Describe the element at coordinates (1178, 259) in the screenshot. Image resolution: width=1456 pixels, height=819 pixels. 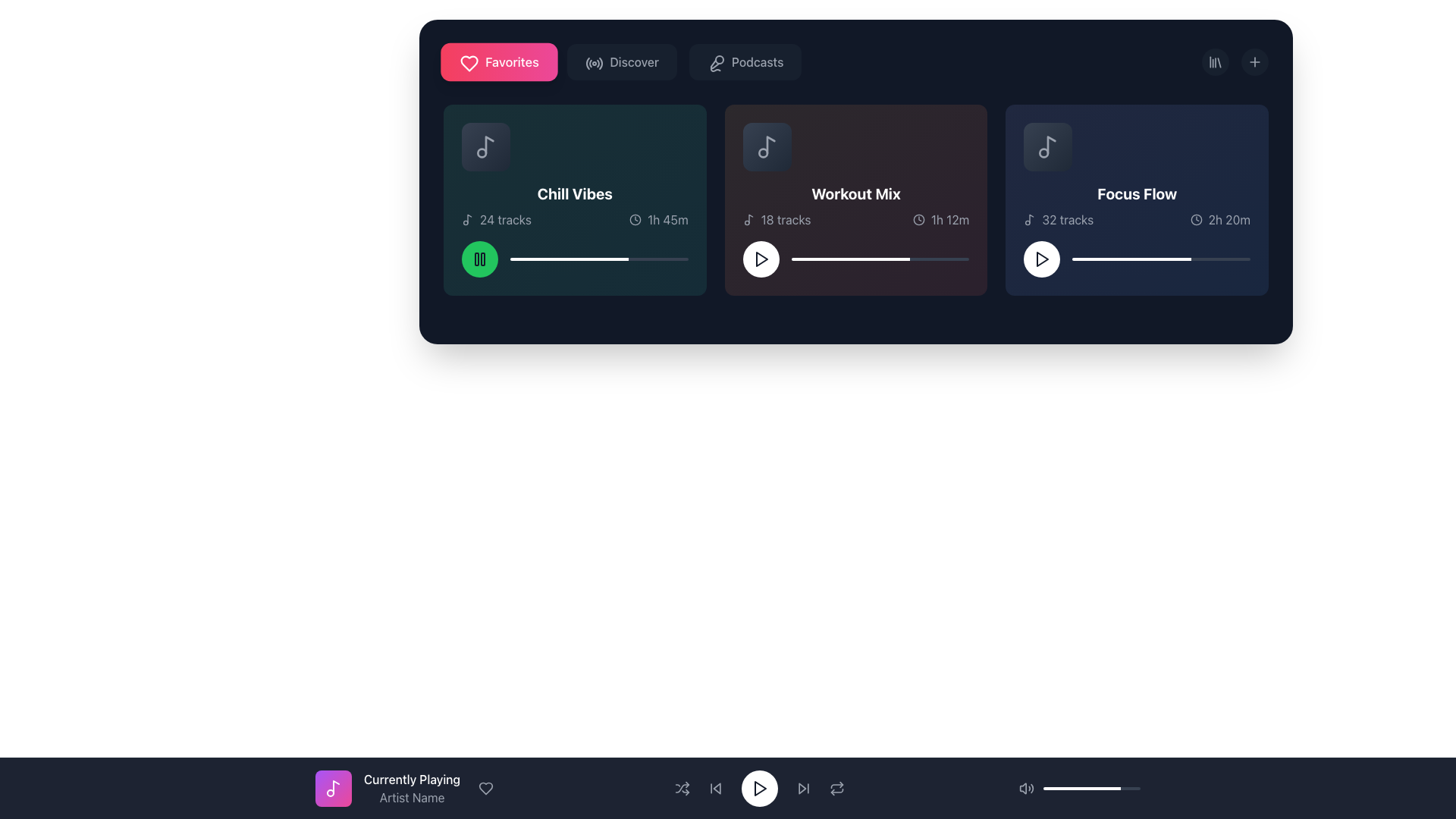
I see `the slider position` at that location.